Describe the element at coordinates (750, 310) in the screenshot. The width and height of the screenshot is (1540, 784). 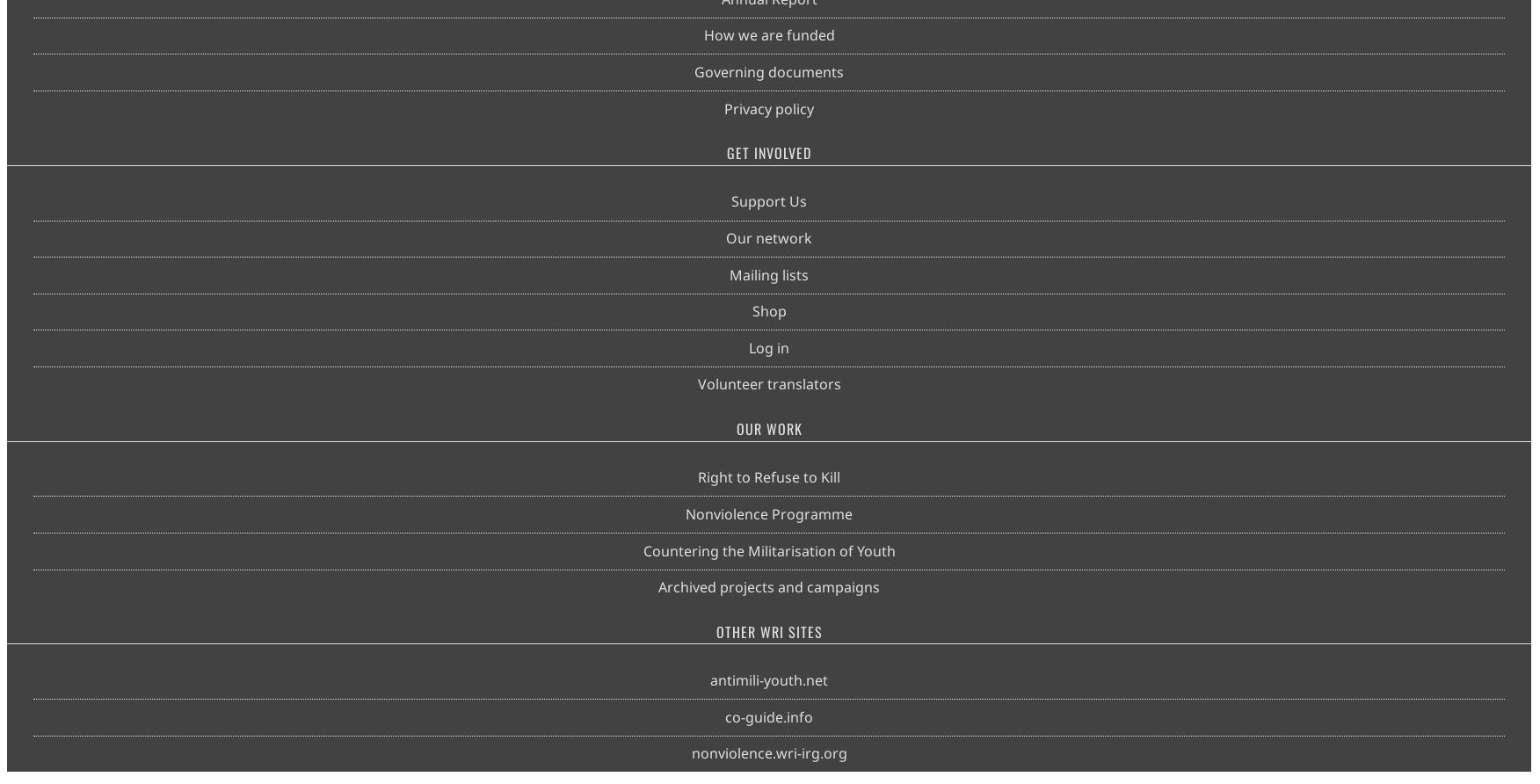
I see `'Shop'` at that location.